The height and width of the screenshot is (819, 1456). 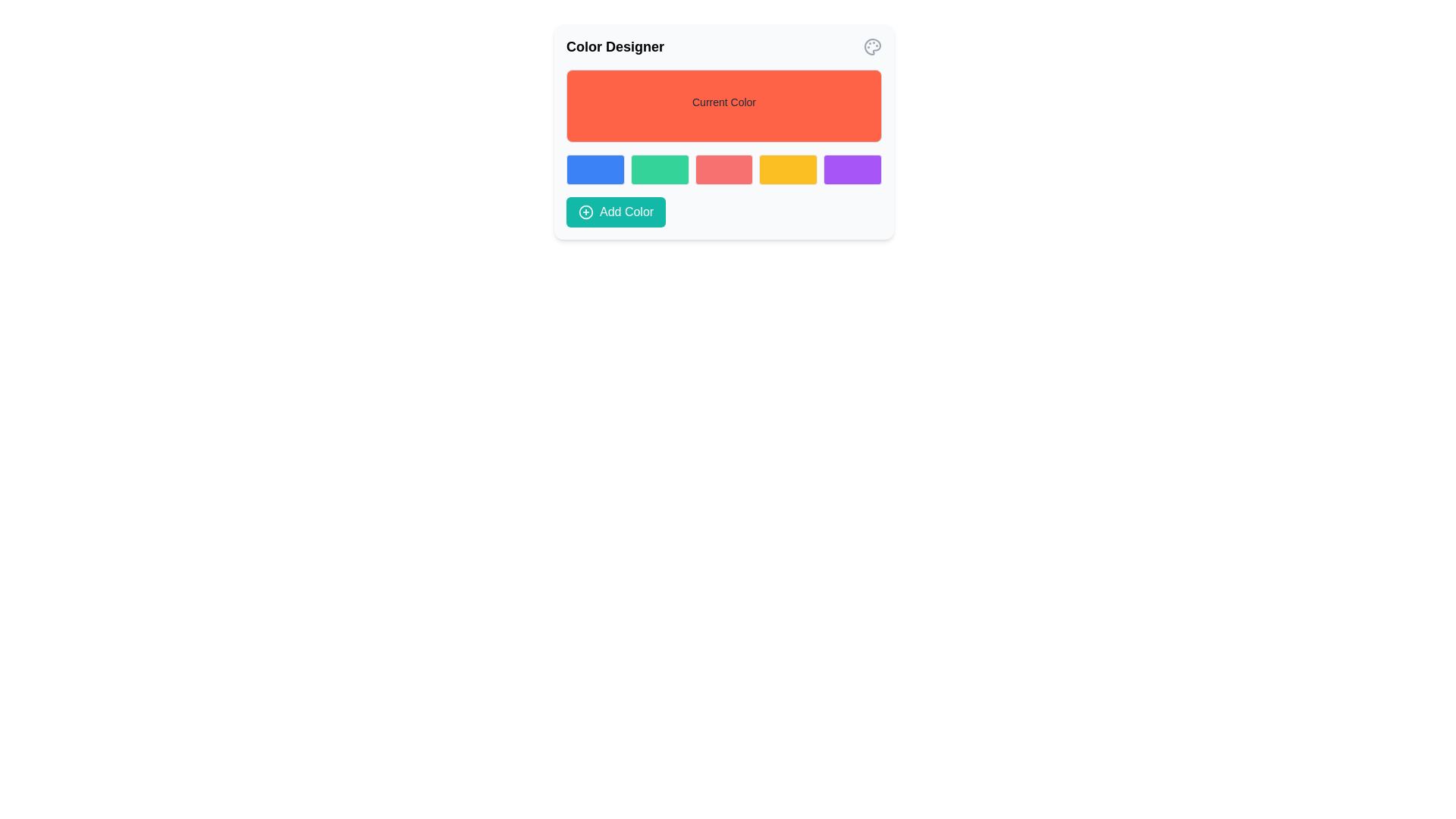 What do you see at coordinates (595, 169) in the screenshot?
I see `the first rectangular button with rounded corners and a solid blue background located beneath the 'Current Color' section` at bounding box center [595, 169].